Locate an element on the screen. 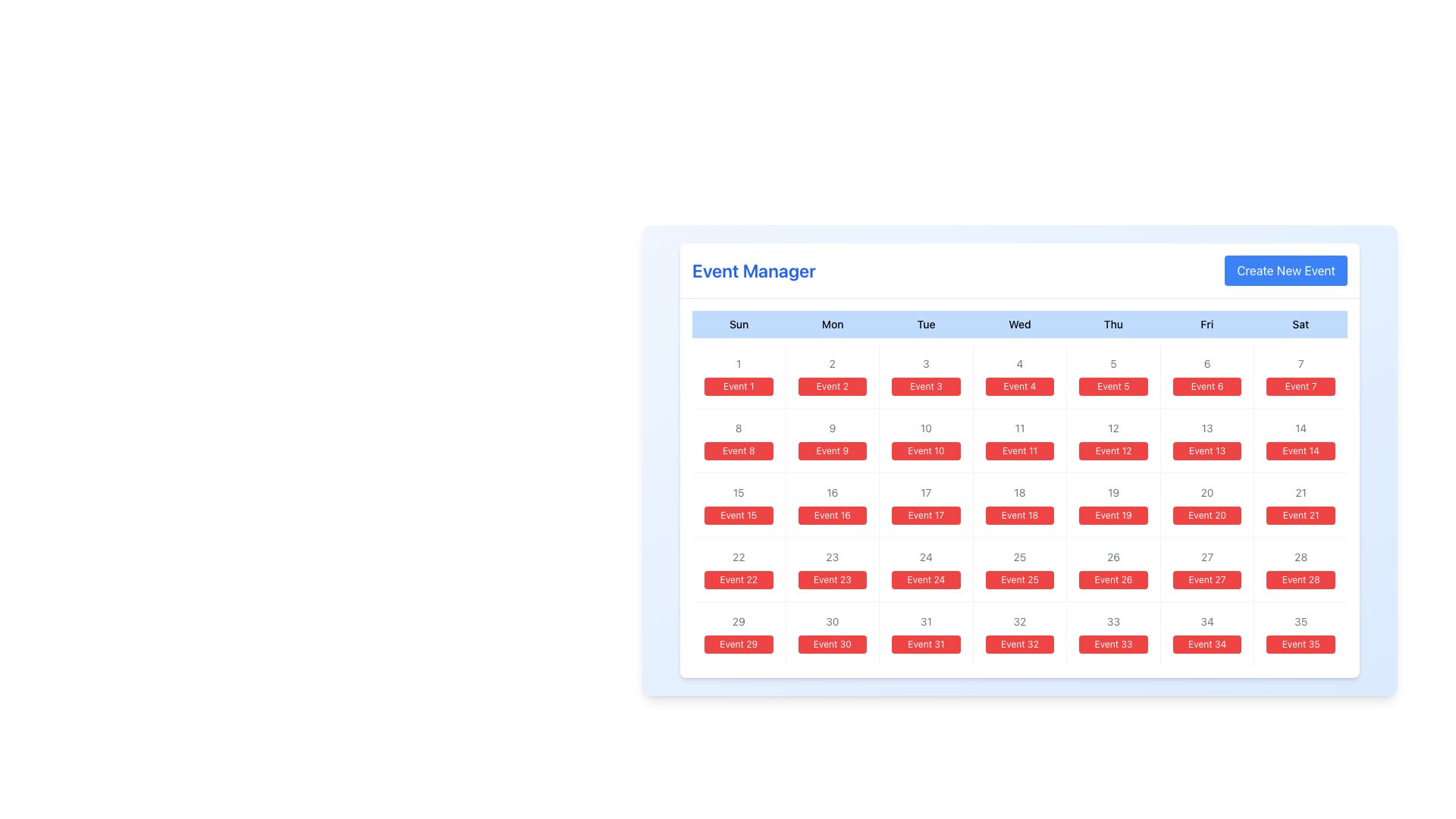 The height and width of the screenshot is (819, 1456). the calendar day cell representing Friday in the Event Manager, allowing for keyboard navigation is located at coordinates (1207, 375).